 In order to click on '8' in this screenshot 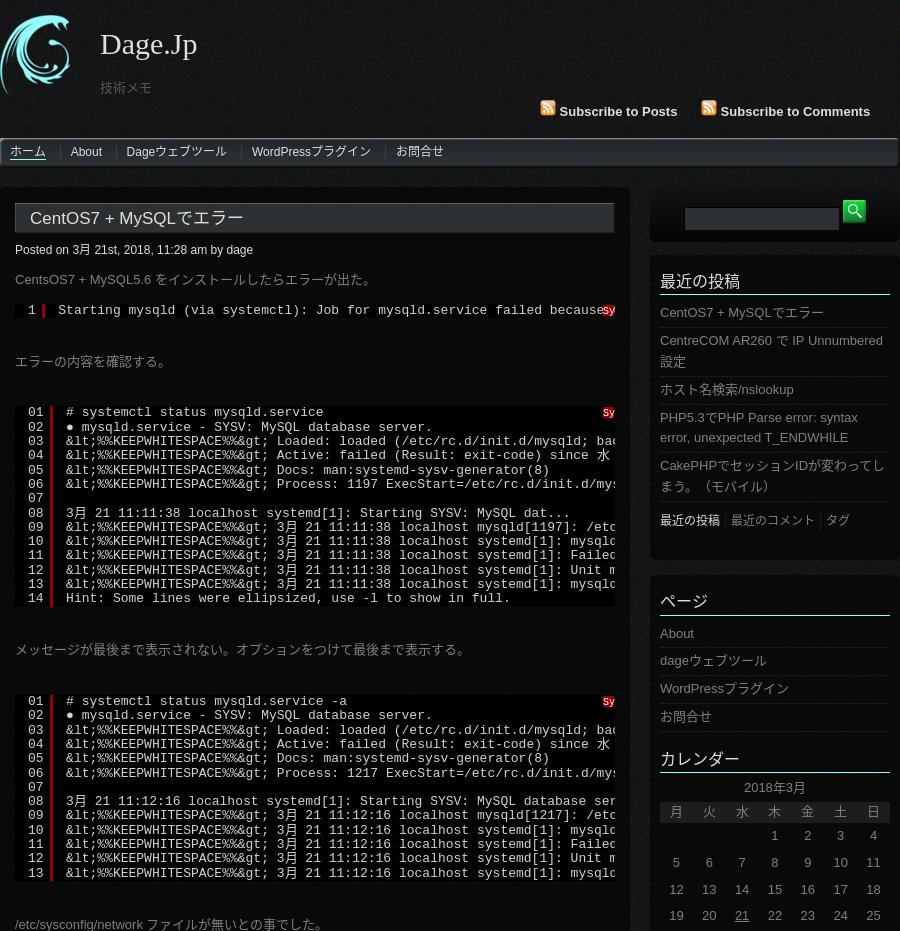, I will do `click(773, 860)`.